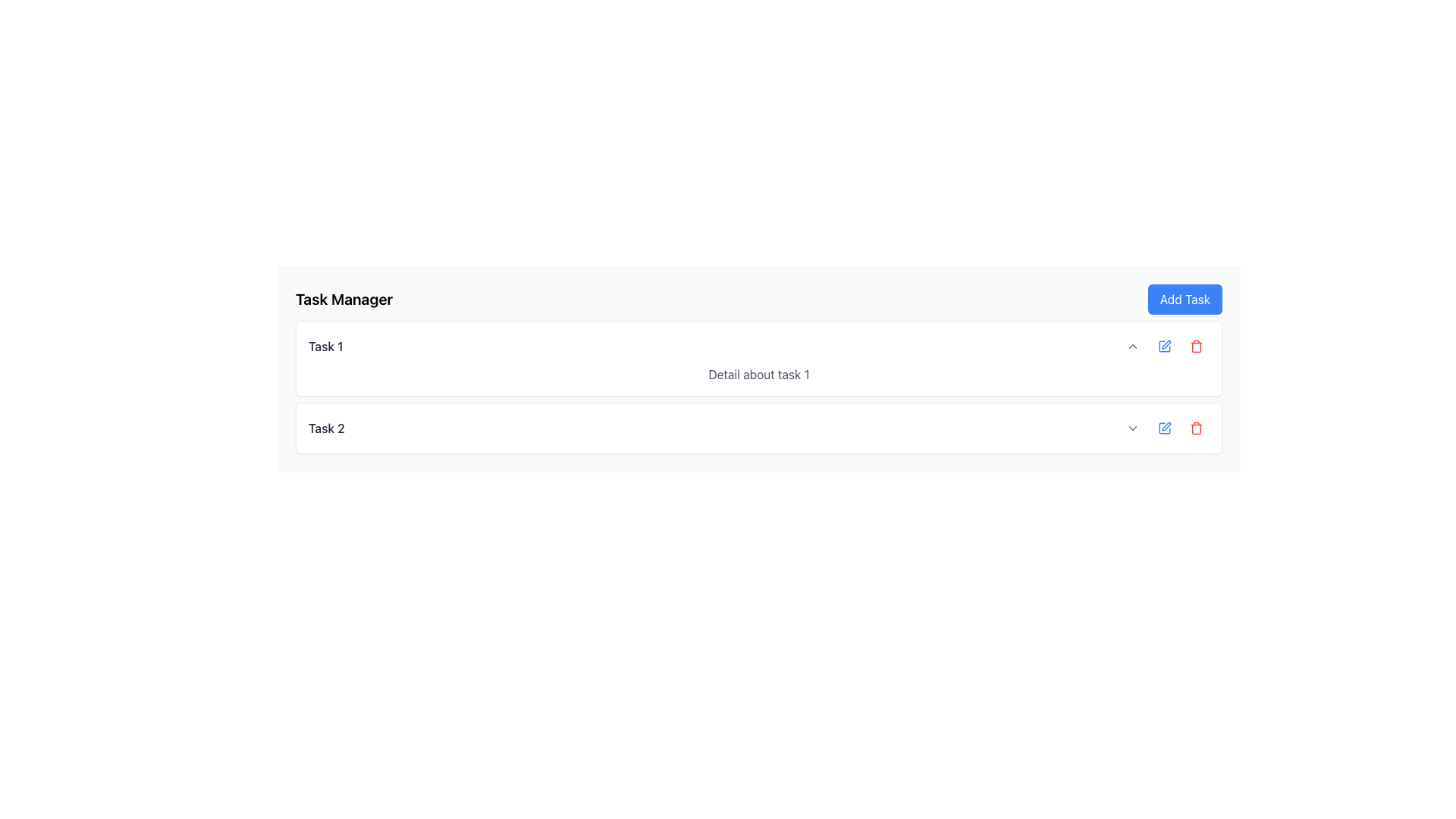 This screenshot has width=1456, height=819. Describe the element at coordinates (1132, 428) in the screenshot. I see `the downward-pointing chevron icon` at that location.